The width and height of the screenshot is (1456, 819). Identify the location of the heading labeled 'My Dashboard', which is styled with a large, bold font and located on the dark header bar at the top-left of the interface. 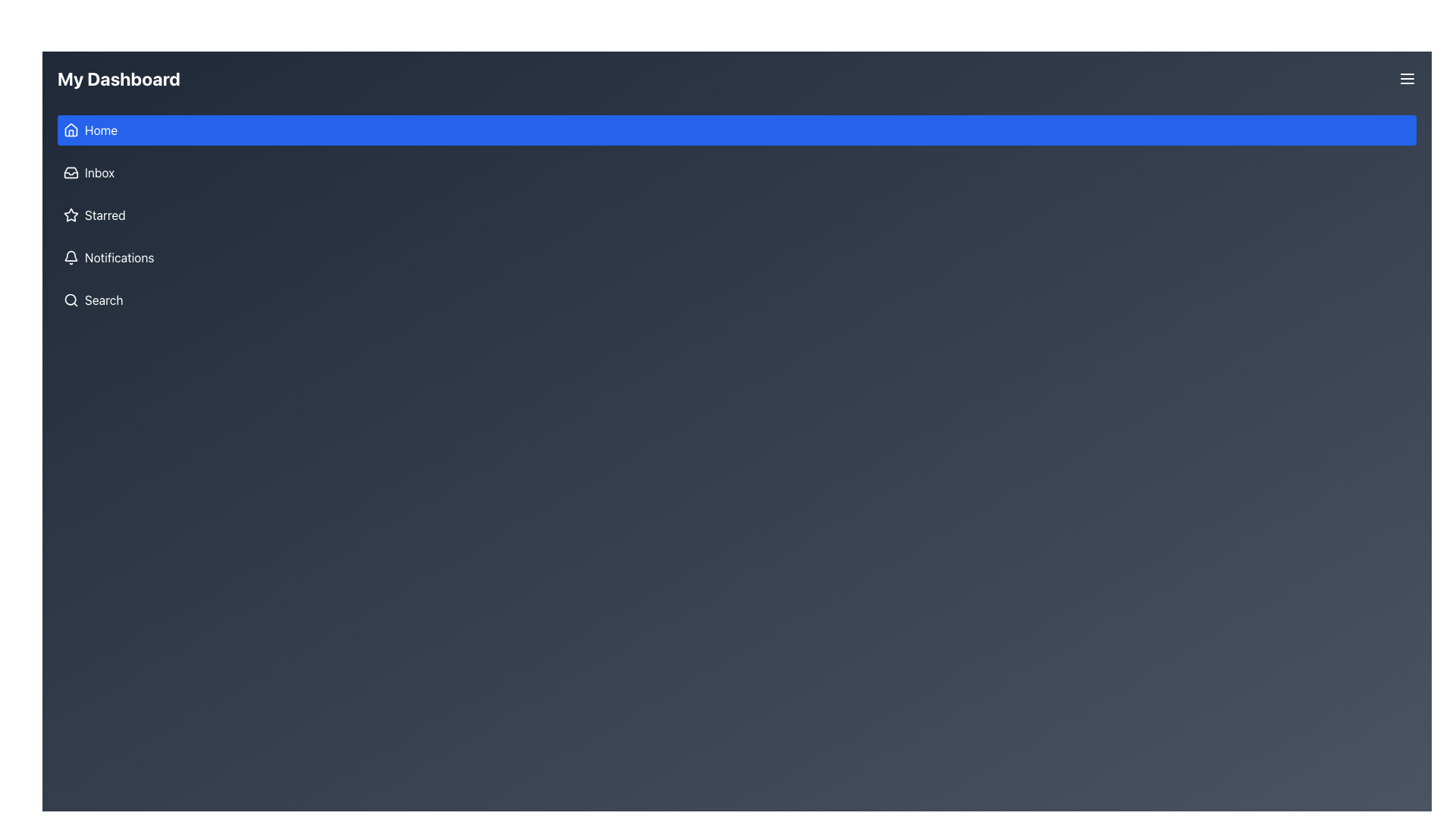
(118, 79).